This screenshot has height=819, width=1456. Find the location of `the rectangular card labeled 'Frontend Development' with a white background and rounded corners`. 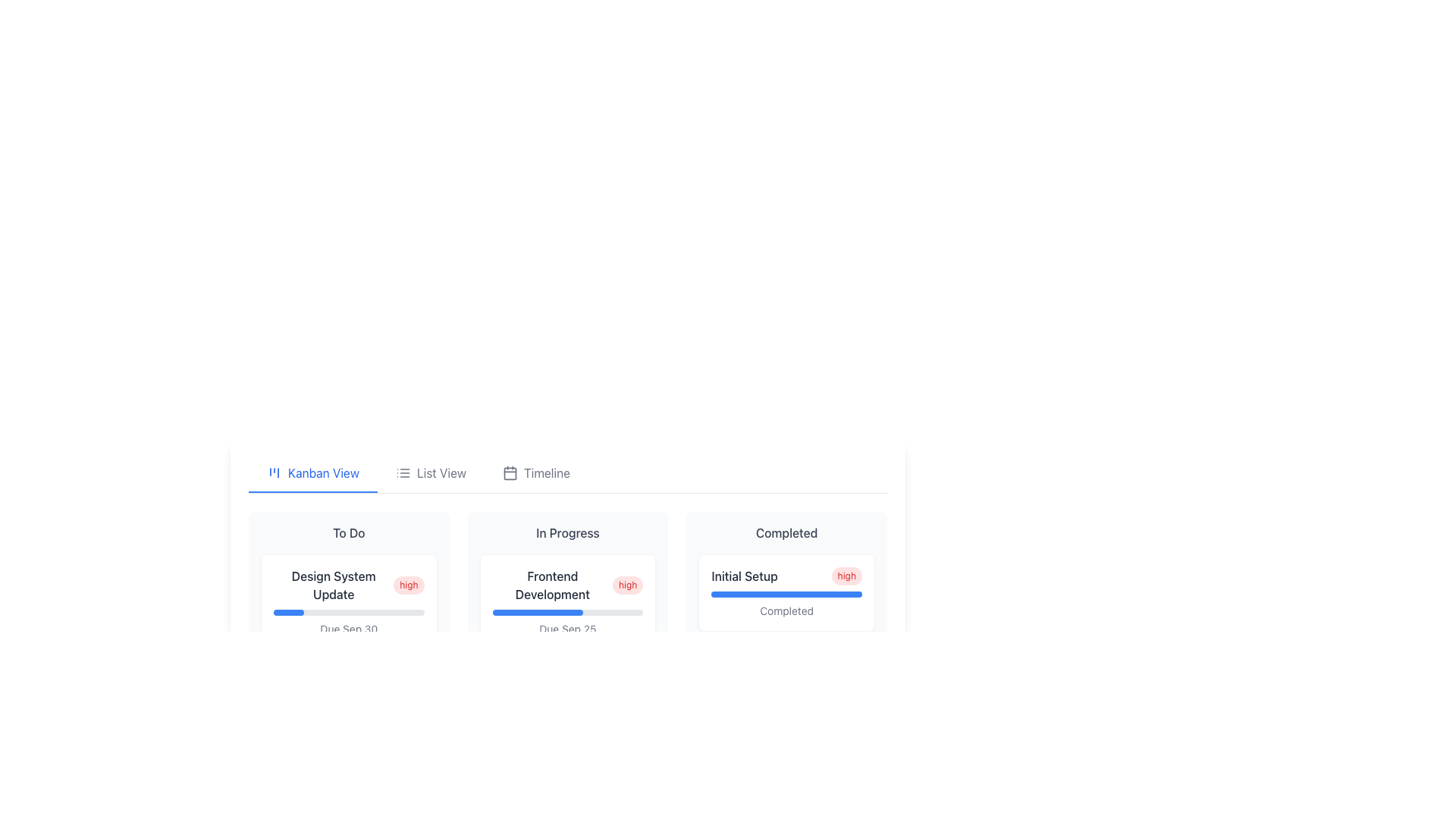

the rectangular card labeled 'Frontend Development' with a white background and rounded corners is located at coordinates (566, 635).